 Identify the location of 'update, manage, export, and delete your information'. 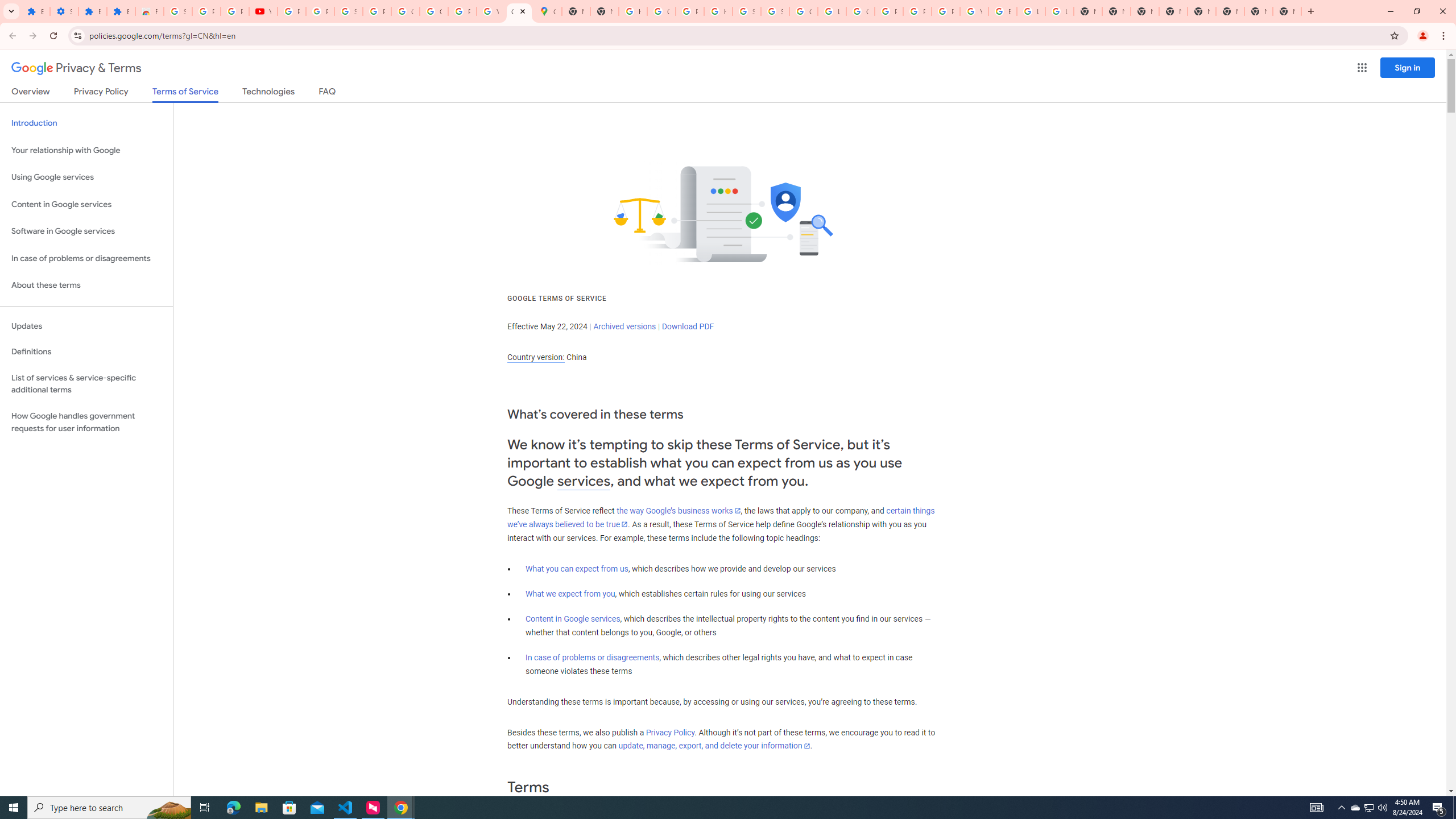
(714, 745).